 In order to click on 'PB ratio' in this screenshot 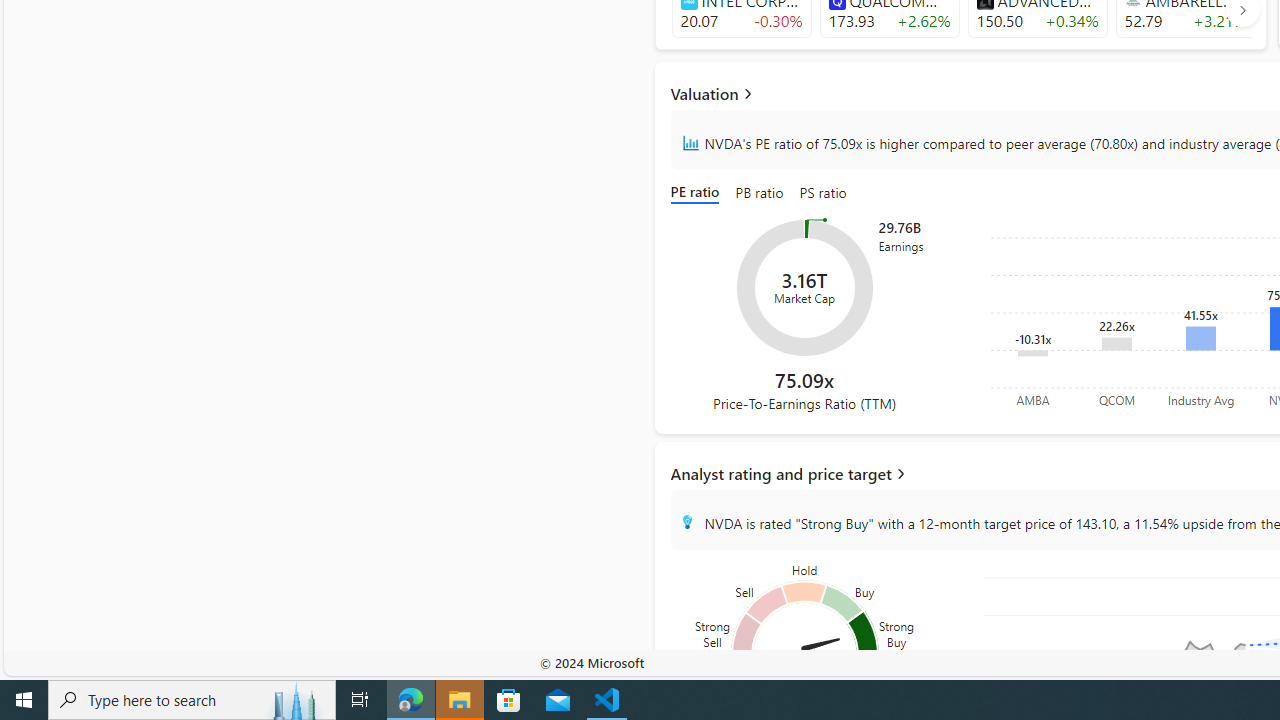, I will do `click(758, 194)`.